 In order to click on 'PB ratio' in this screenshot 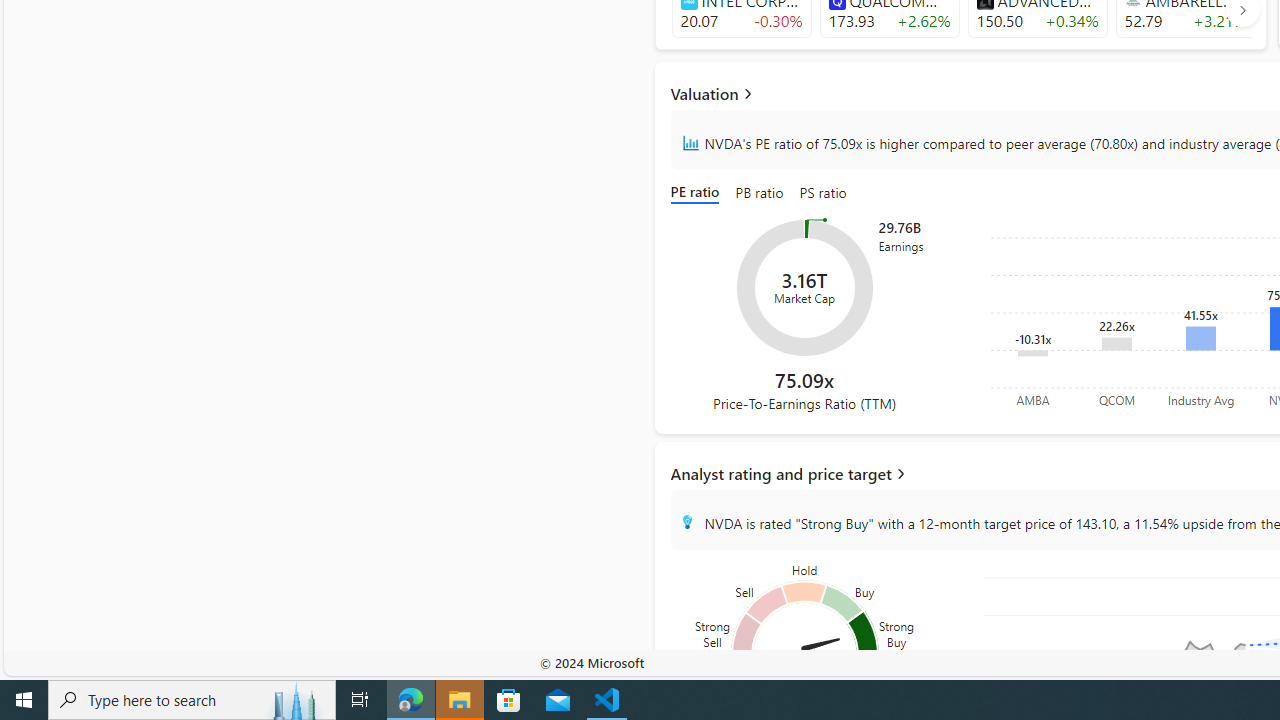, I will do `click(758, 194)`.